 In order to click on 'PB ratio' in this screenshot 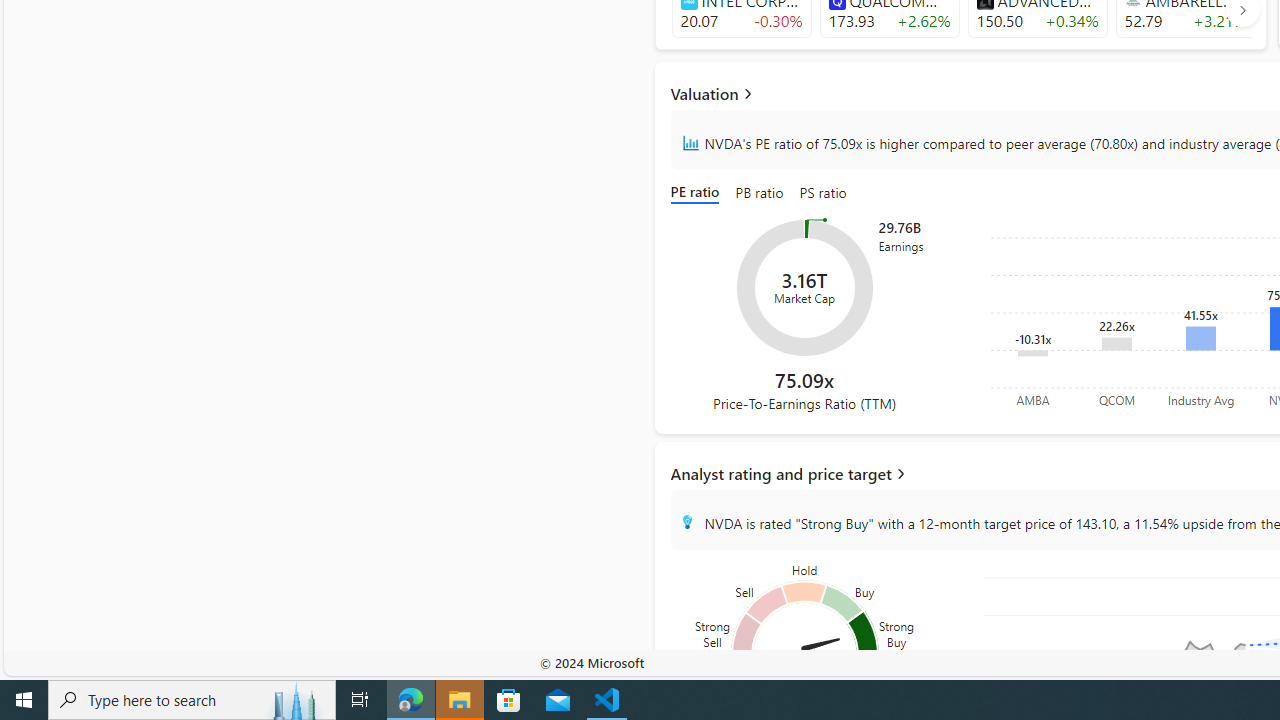, I will do `click(758, 194)`.